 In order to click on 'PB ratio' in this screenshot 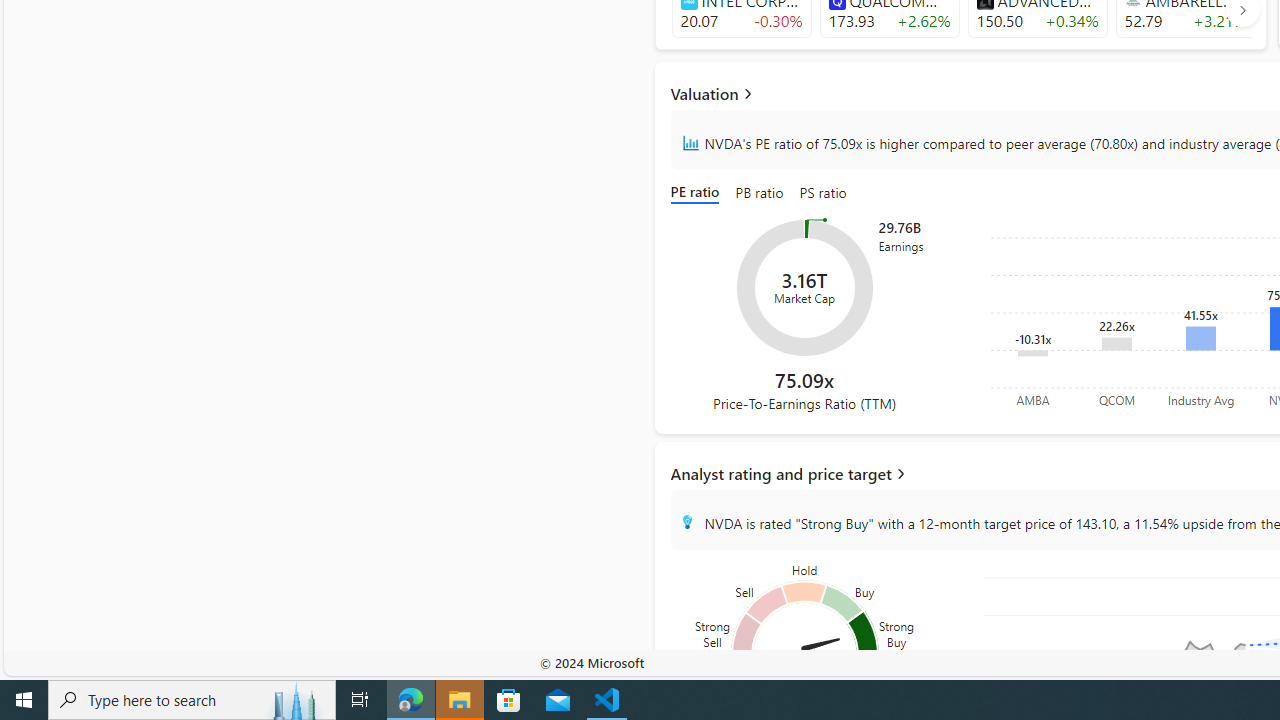, I will do `click(758, 194)`.